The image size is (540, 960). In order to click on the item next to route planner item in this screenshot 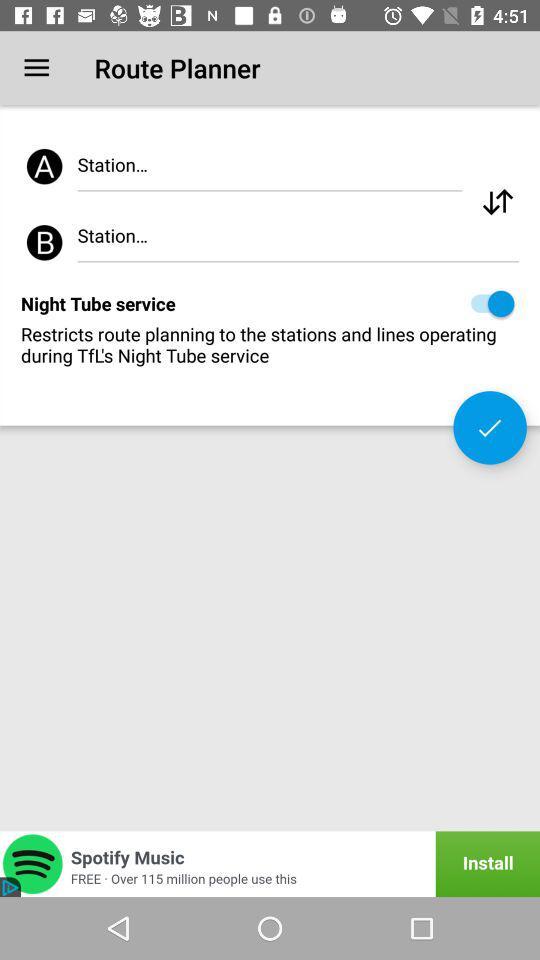, I will do `click(36, 68)`.